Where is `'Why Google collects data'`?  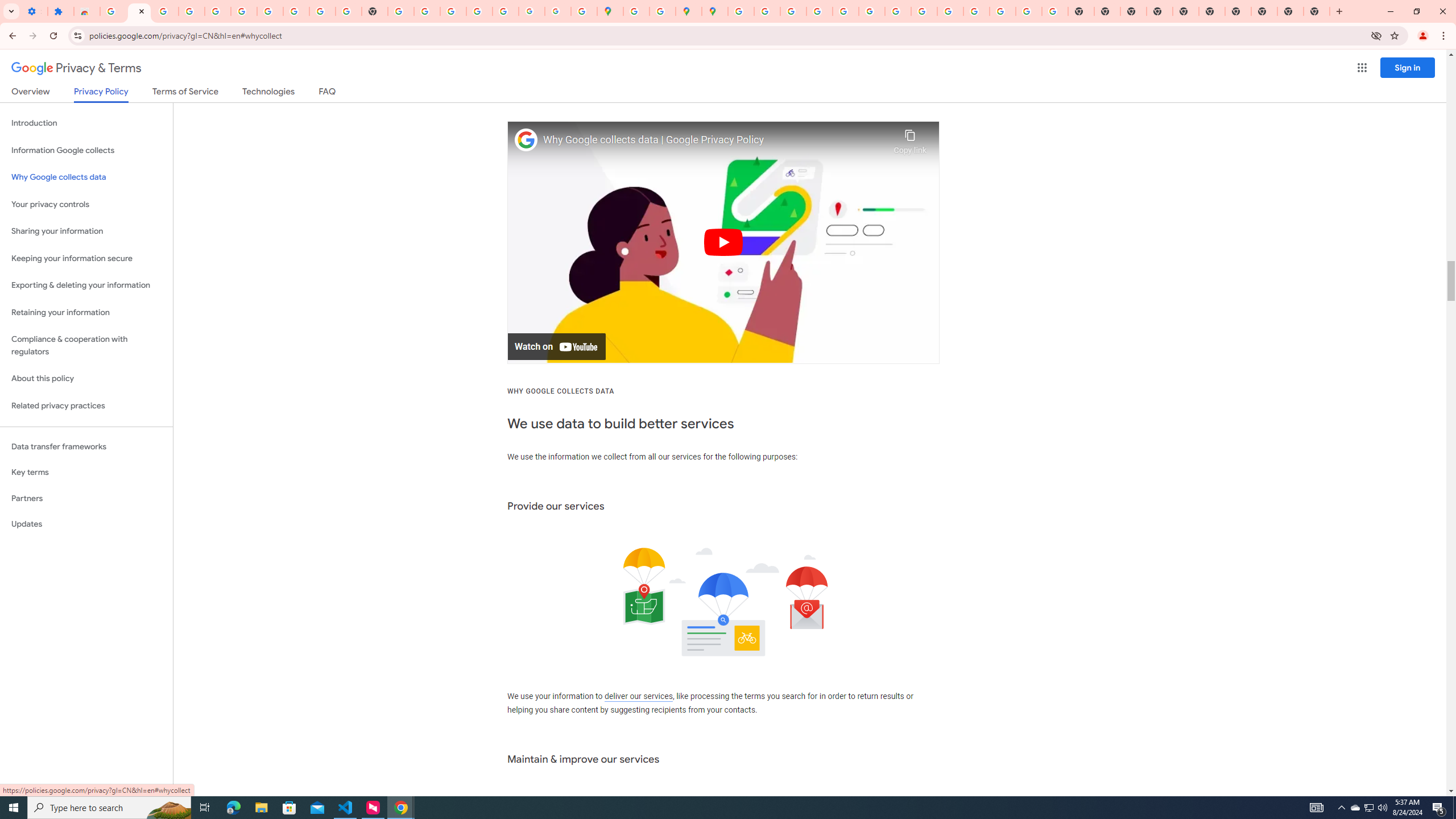 'Why Google collects data' is located at coordinates (86, 176).